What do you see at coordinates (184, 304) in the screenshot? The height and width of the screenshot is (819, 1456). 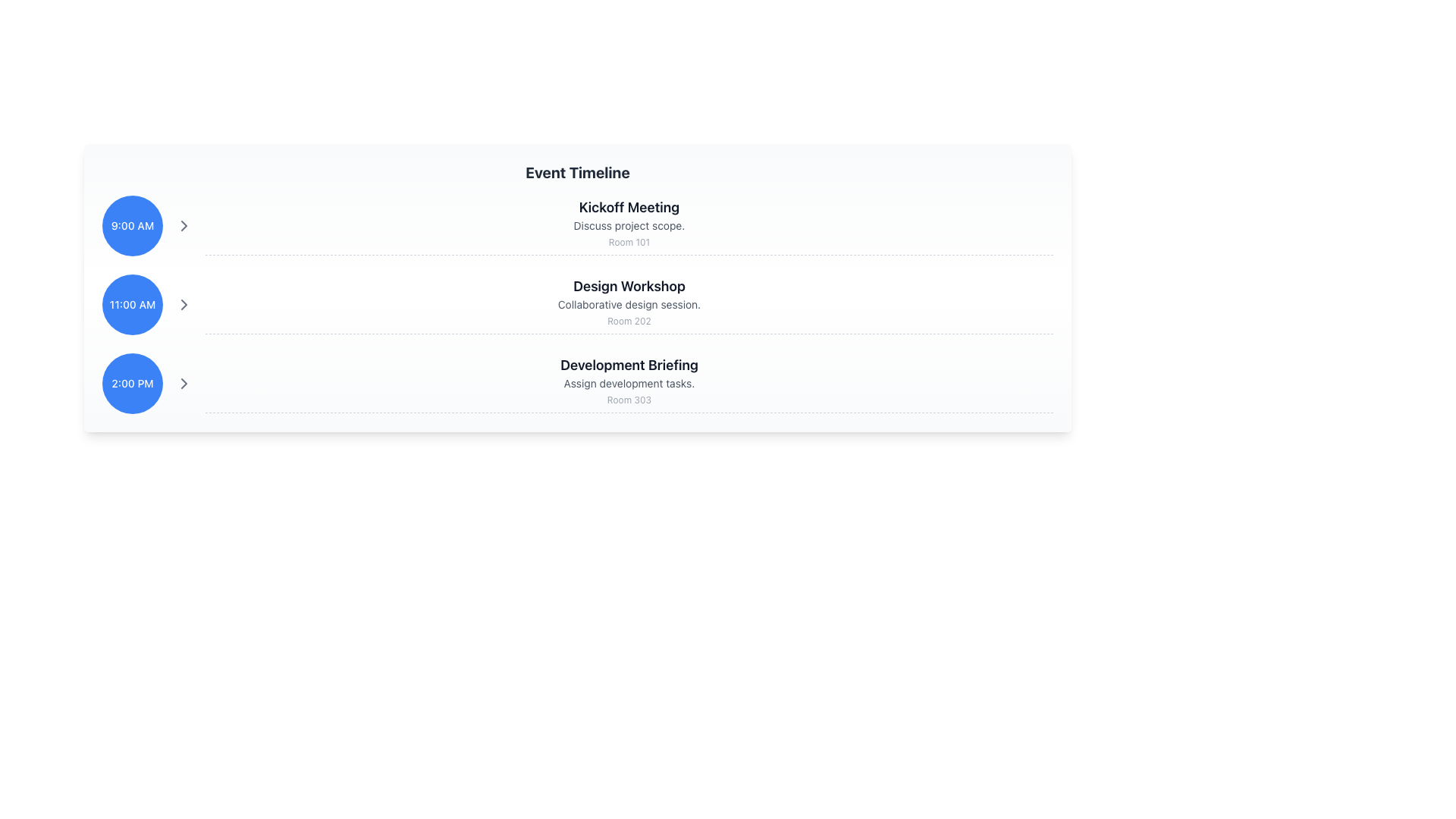 I see `the navigation arrow button located to the right of the blue circle labeled '11:00 AM' to observe the hover effect` at bounding box center [184, 304].